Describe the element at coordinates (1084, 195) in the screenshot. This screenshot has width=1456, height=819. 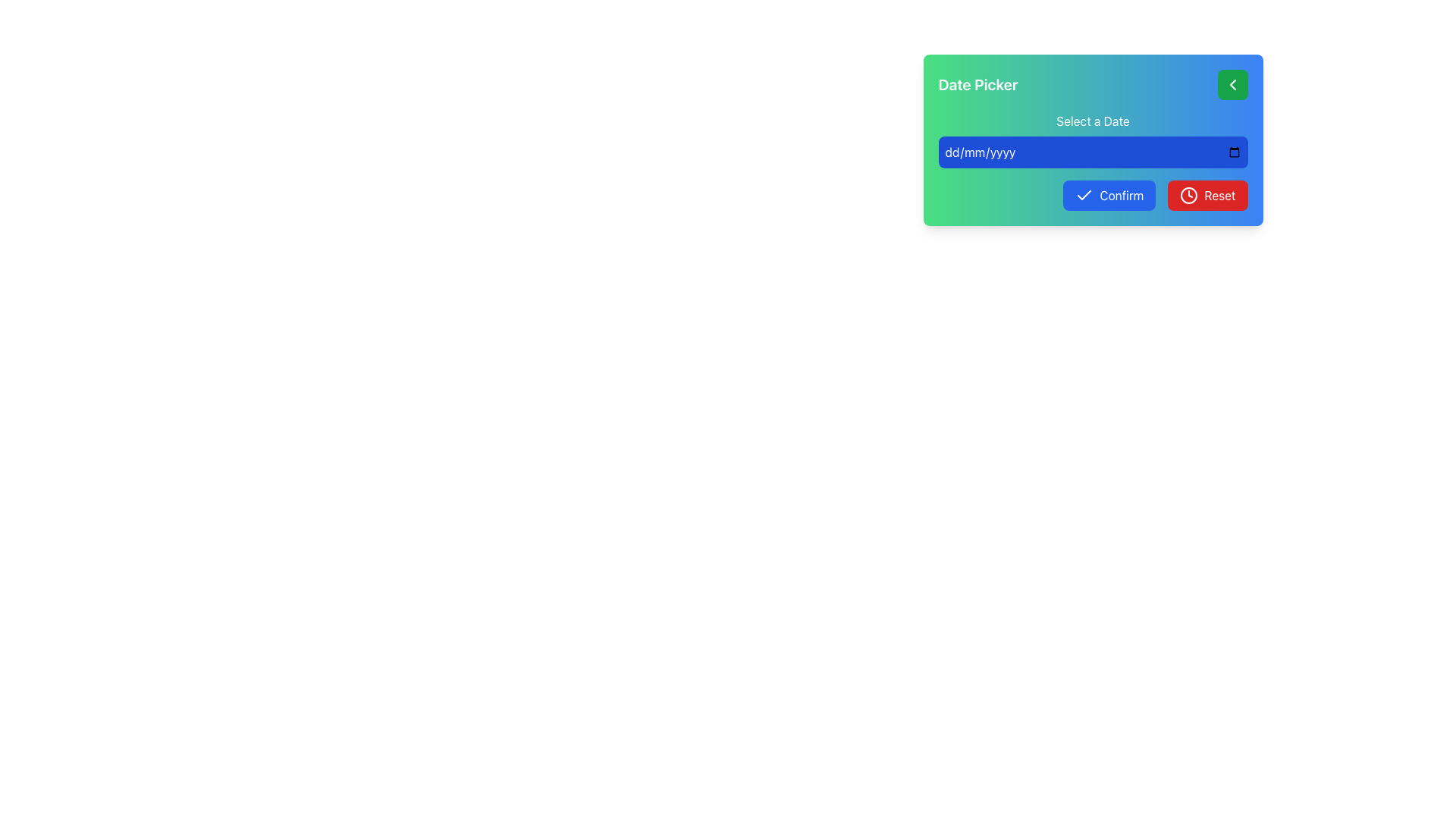
I see `the checkmark icon within the blue 'Confirm' button` at that location.